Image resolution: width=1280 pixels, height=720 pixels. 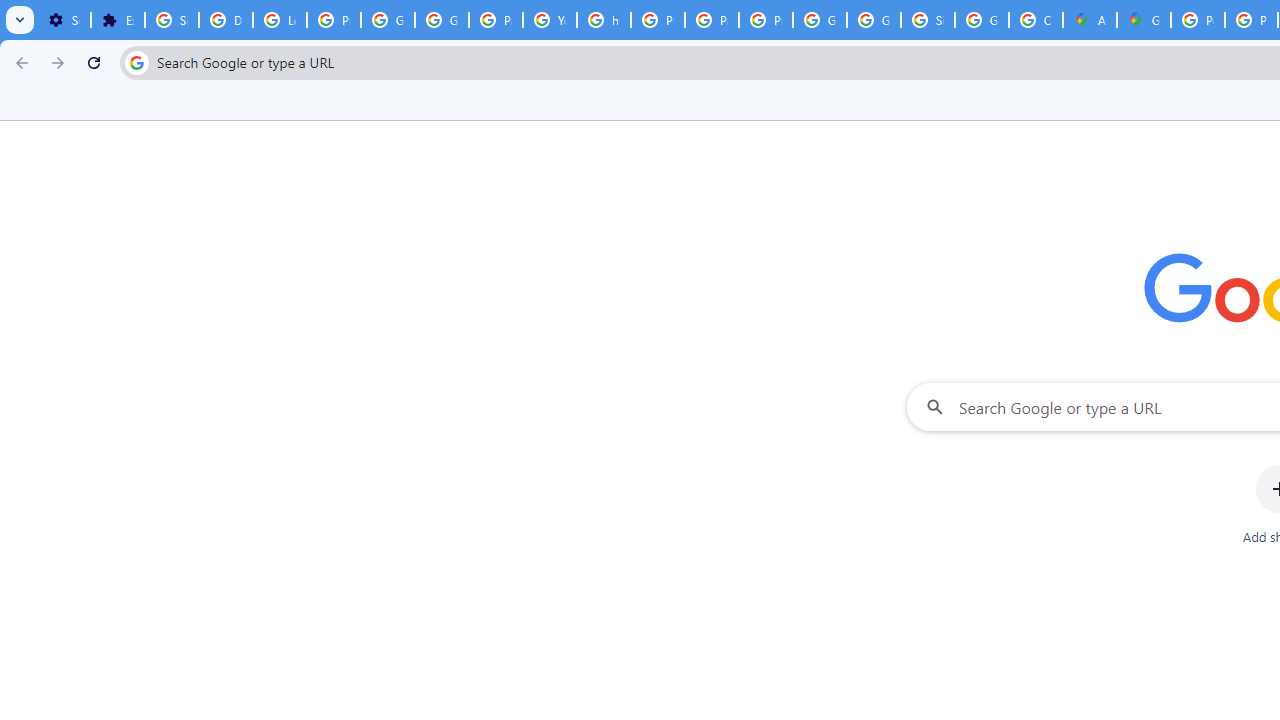 I want to click on 'Google Maps', so click(x=1144, y=20).